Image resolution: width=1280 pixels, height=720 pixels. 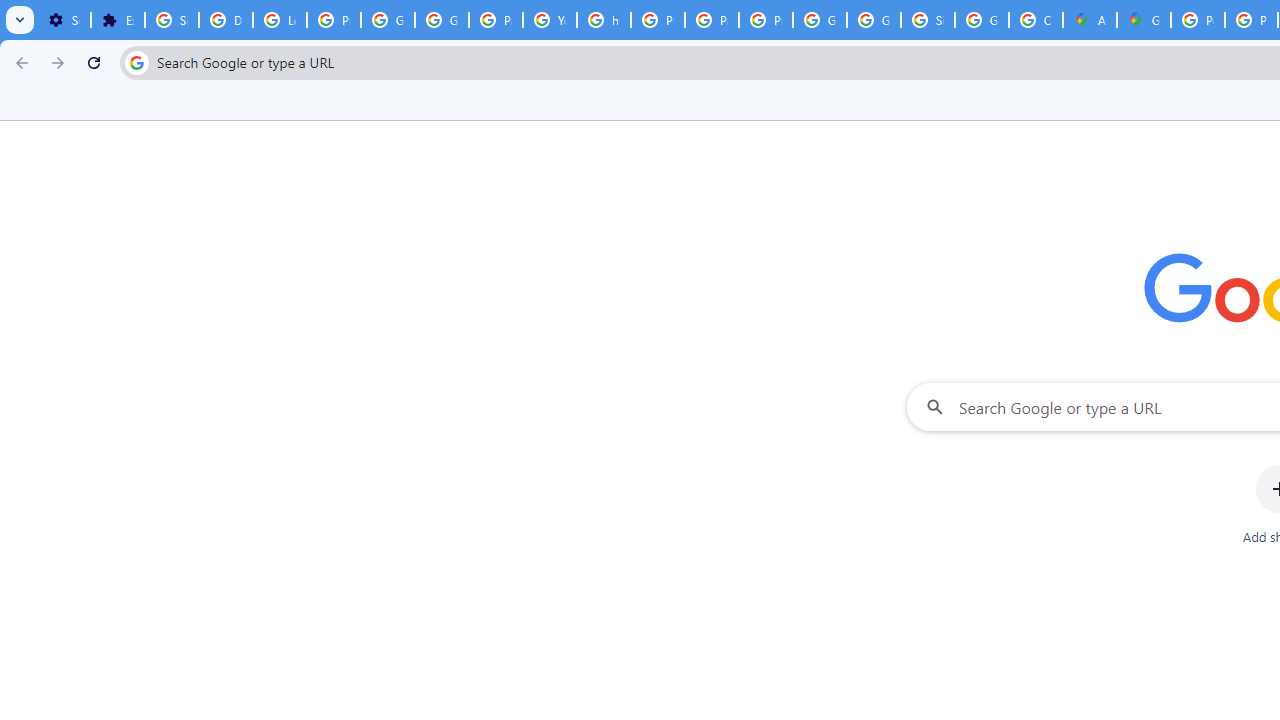 I want to click on 'Google Maps', so click(x=1144, y=20).